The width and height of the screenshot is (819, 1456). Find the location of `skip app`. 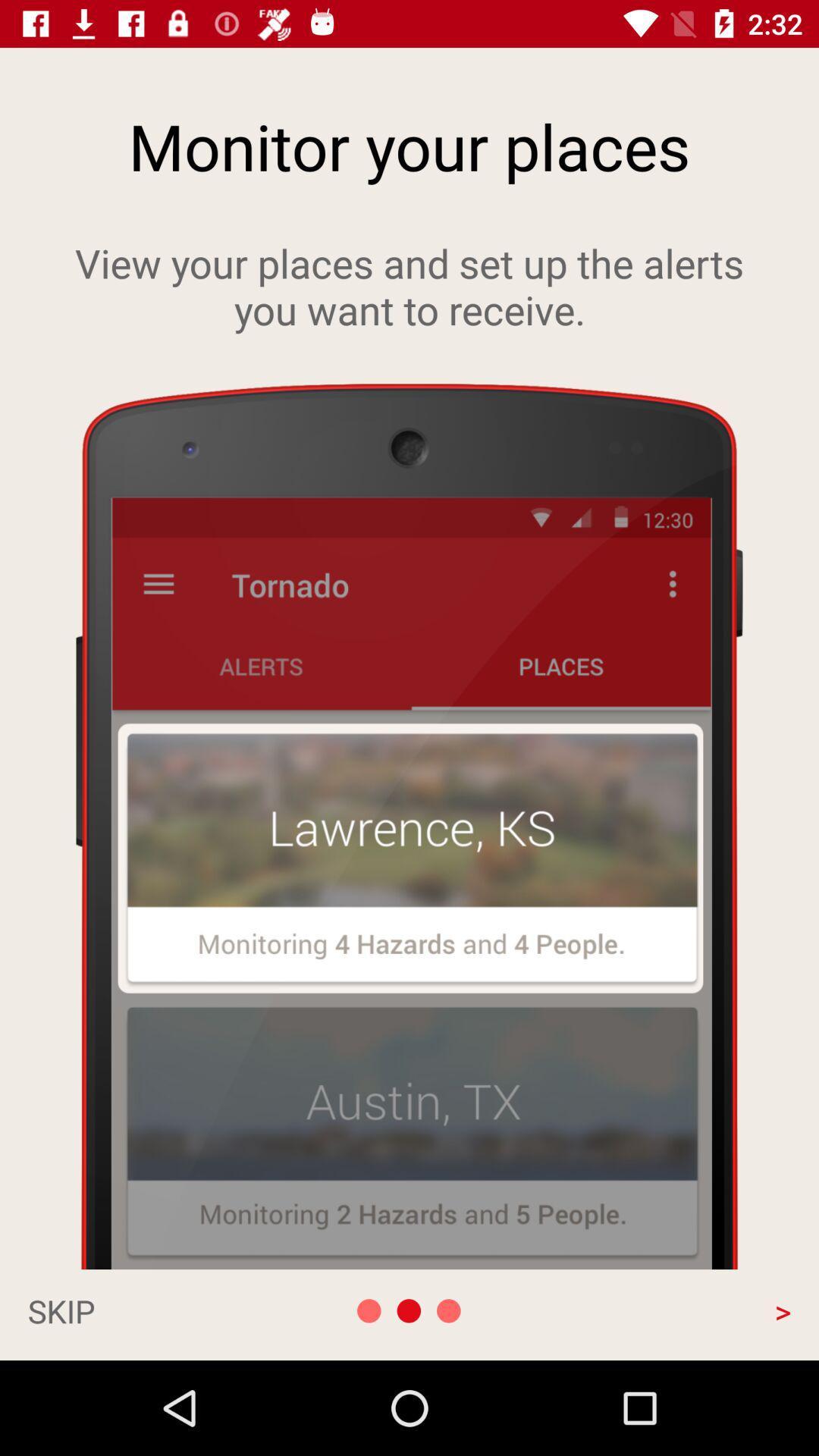

skip app is located at coordinates (141, 1310).